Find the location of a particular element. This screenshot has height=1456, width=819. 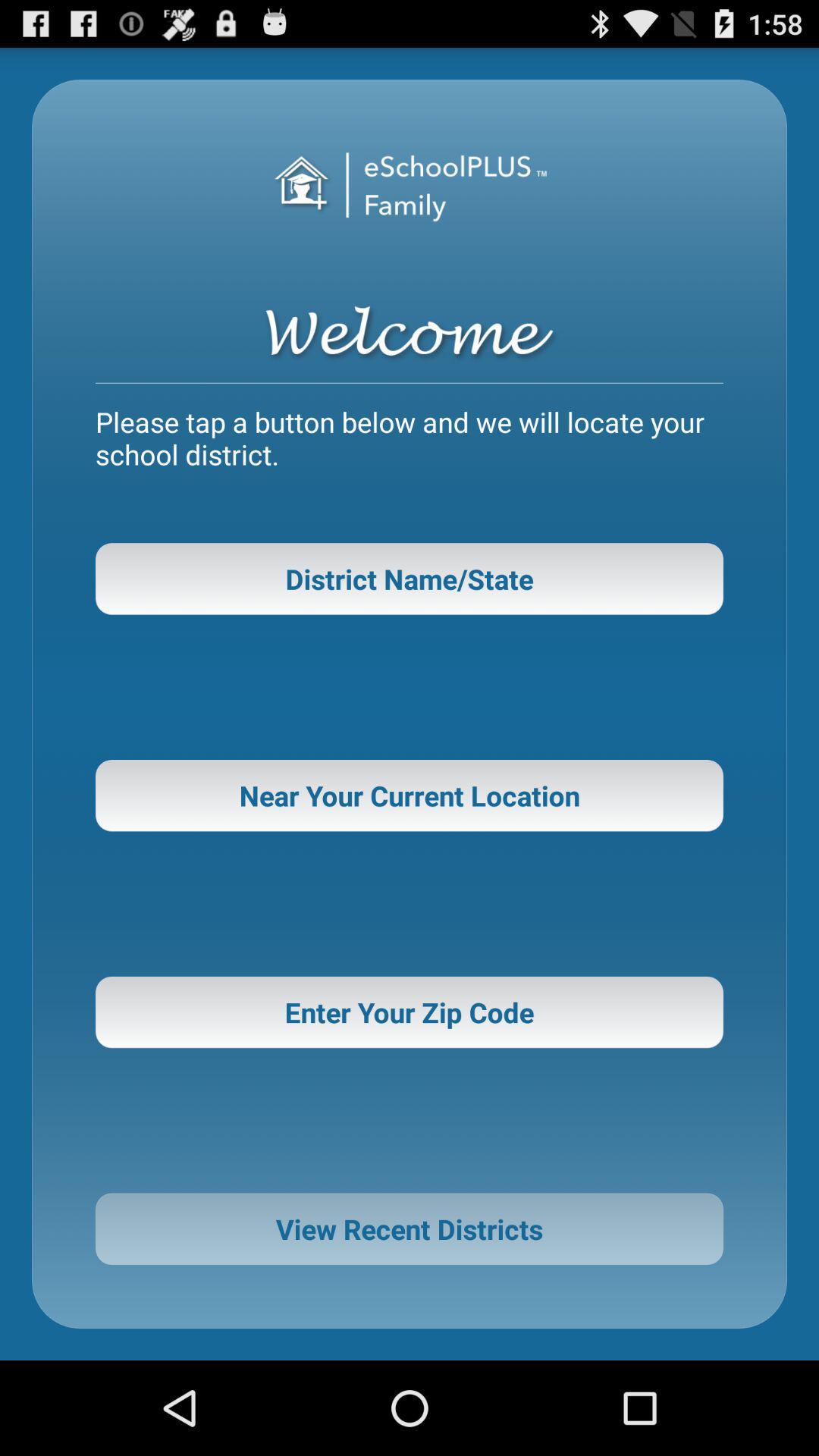

view recent districts icon is located at coordinates (409, 1228).